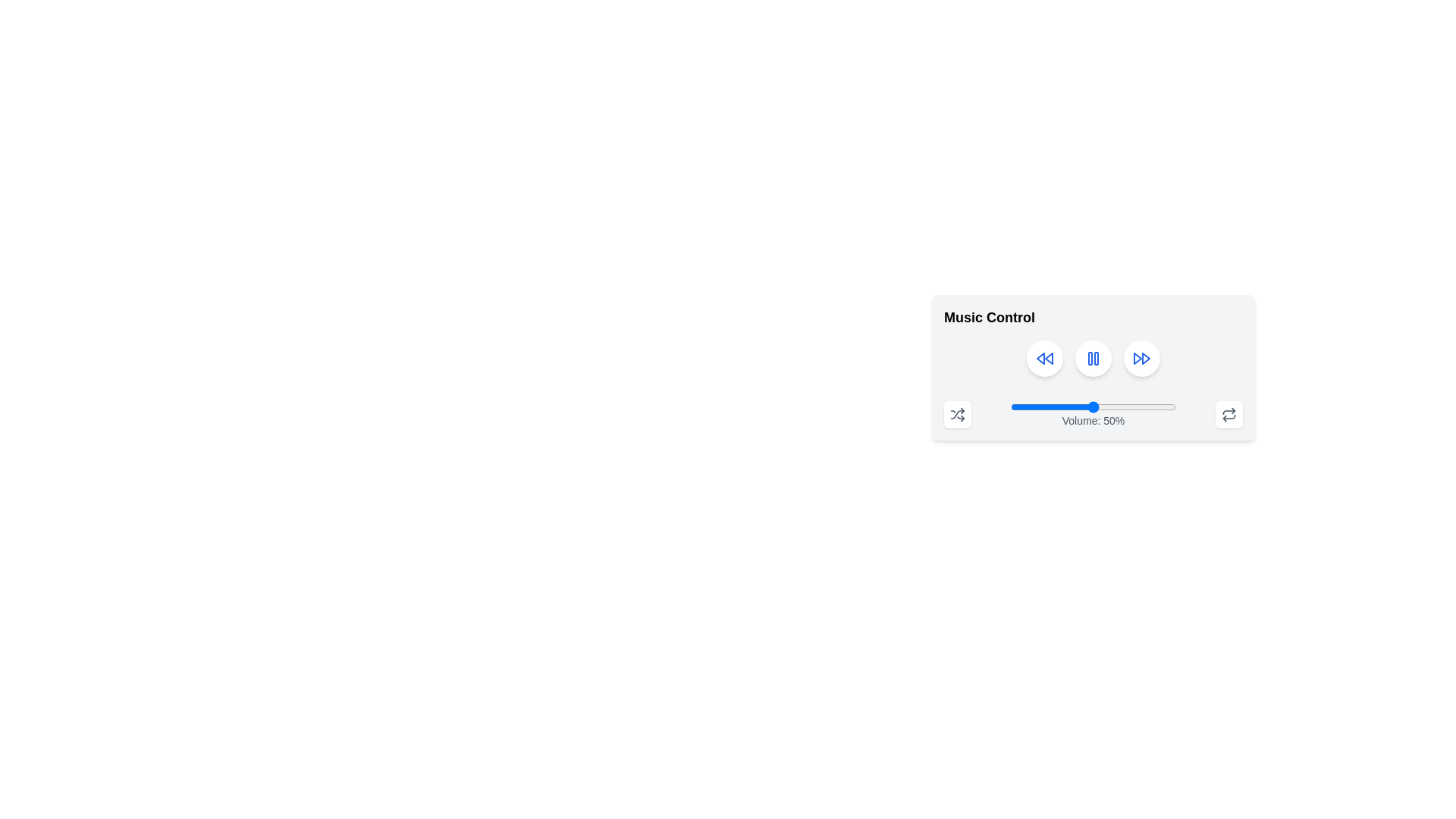  Describe the element at coordinates (1229, 415) in the screenshot. I see `the repeat icon button, which is styled in gray and located at the bottom right corner of the music control panel` at that location.